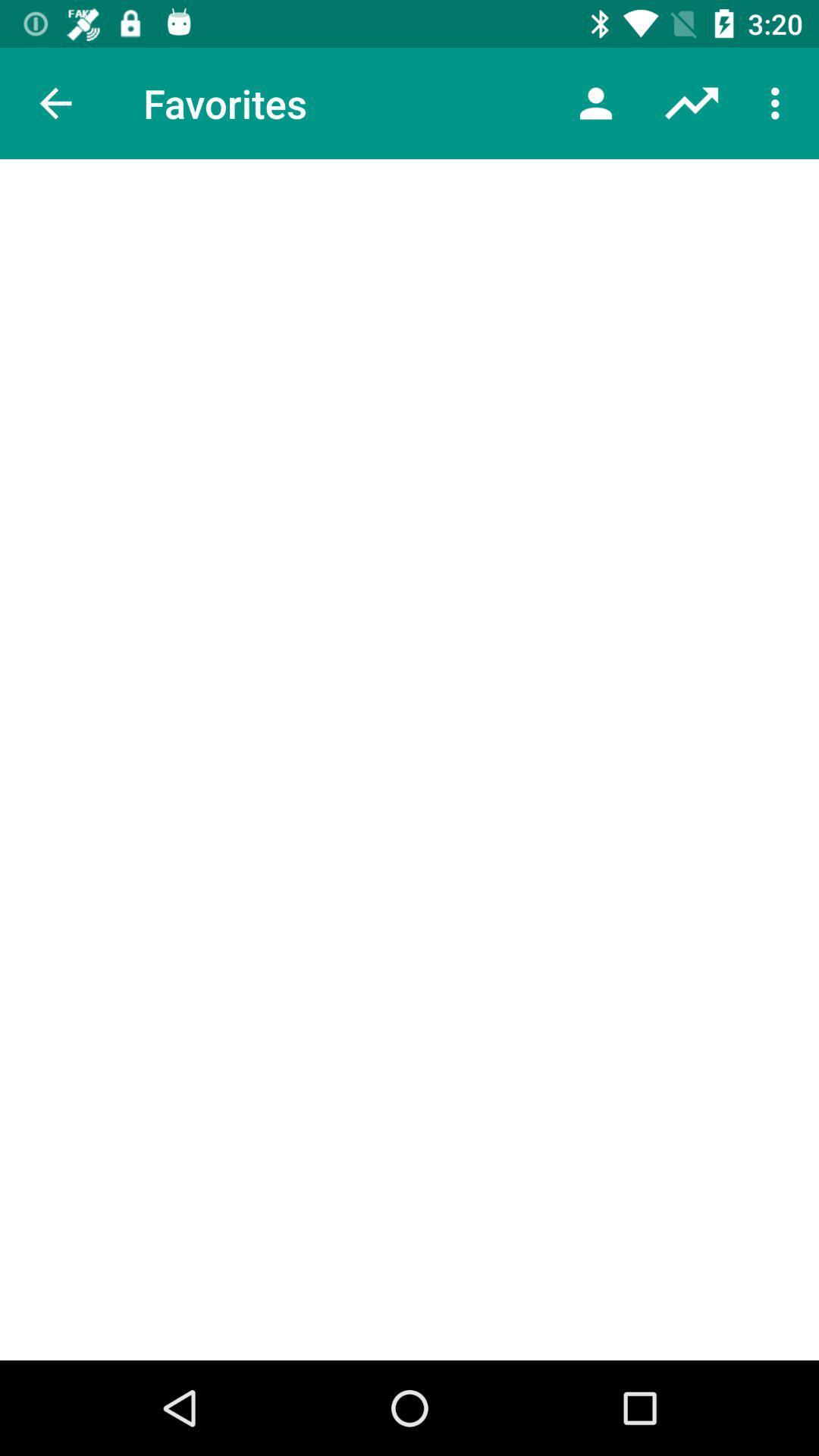 The image size is (819, 1456). Describe the element at coordinates (55, 102) in the screenshot. I see `the item next to the favorites icon` at that location.